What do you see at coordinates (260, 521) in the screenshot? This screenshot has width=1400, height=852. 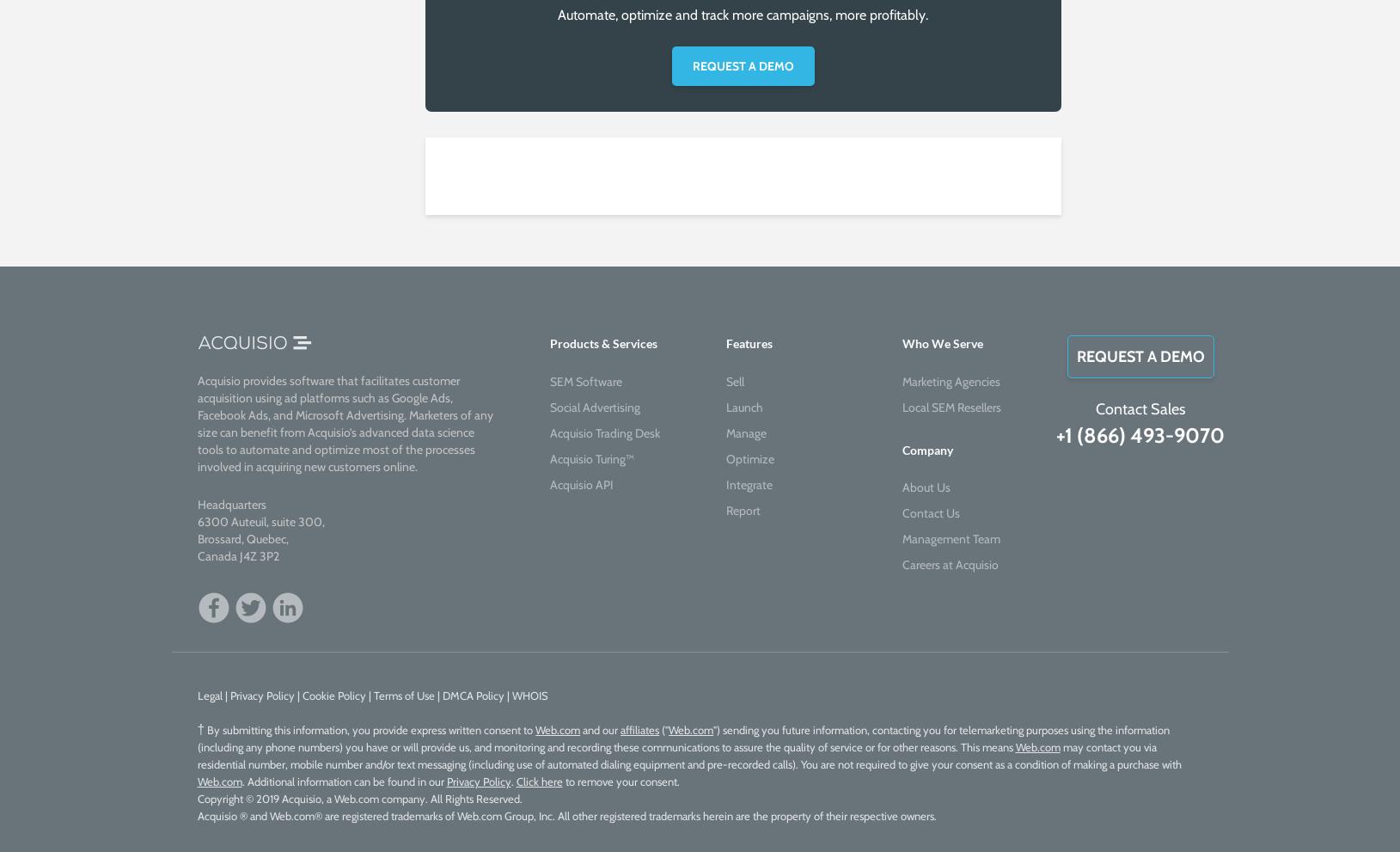 I see `'6300 Auteuil, suite 300,'` at bounding box center [260, 521].